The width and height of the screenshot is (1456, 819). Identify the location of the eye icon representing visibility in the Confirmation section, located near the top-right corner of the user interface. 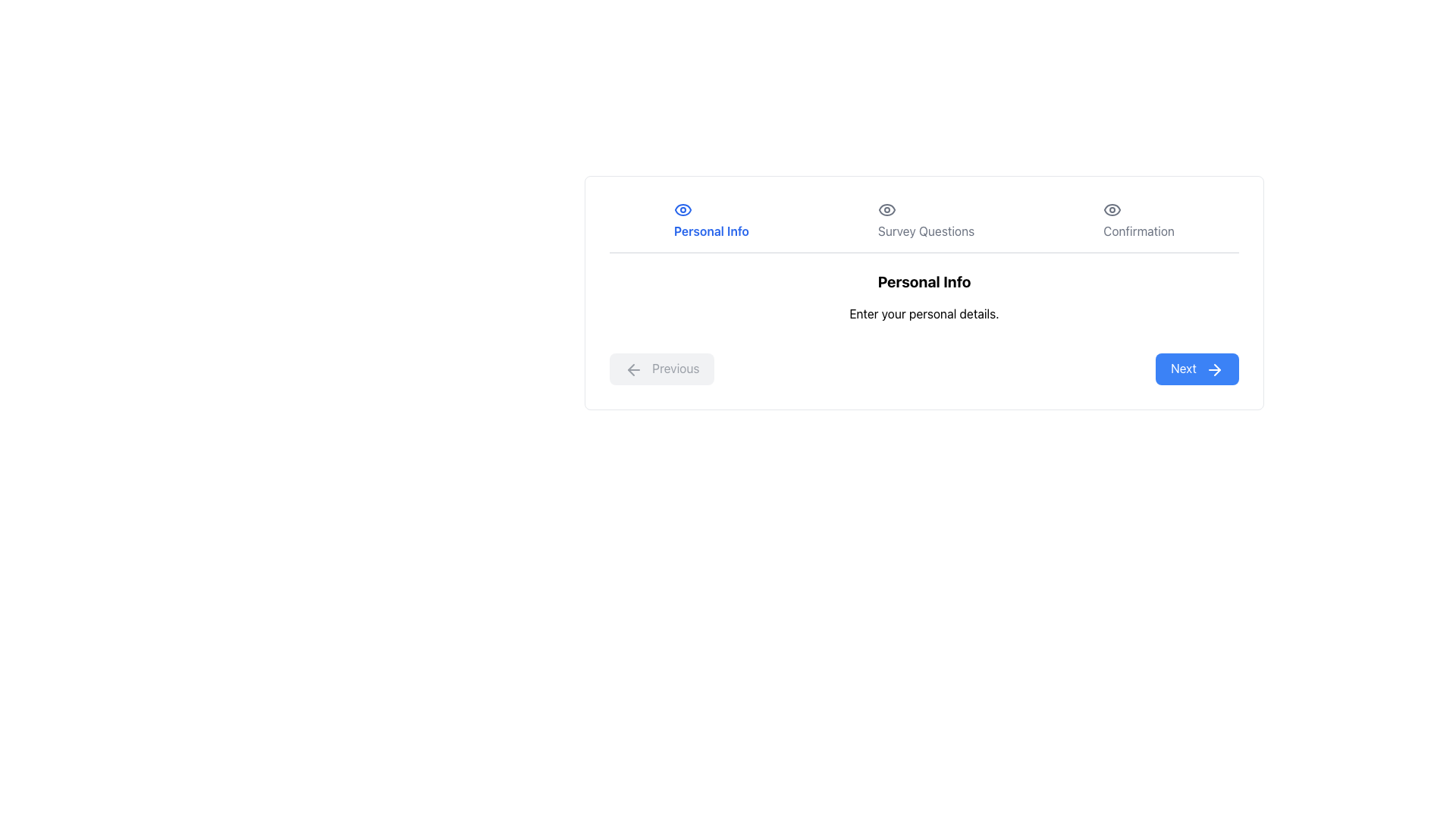
(1112, 210).